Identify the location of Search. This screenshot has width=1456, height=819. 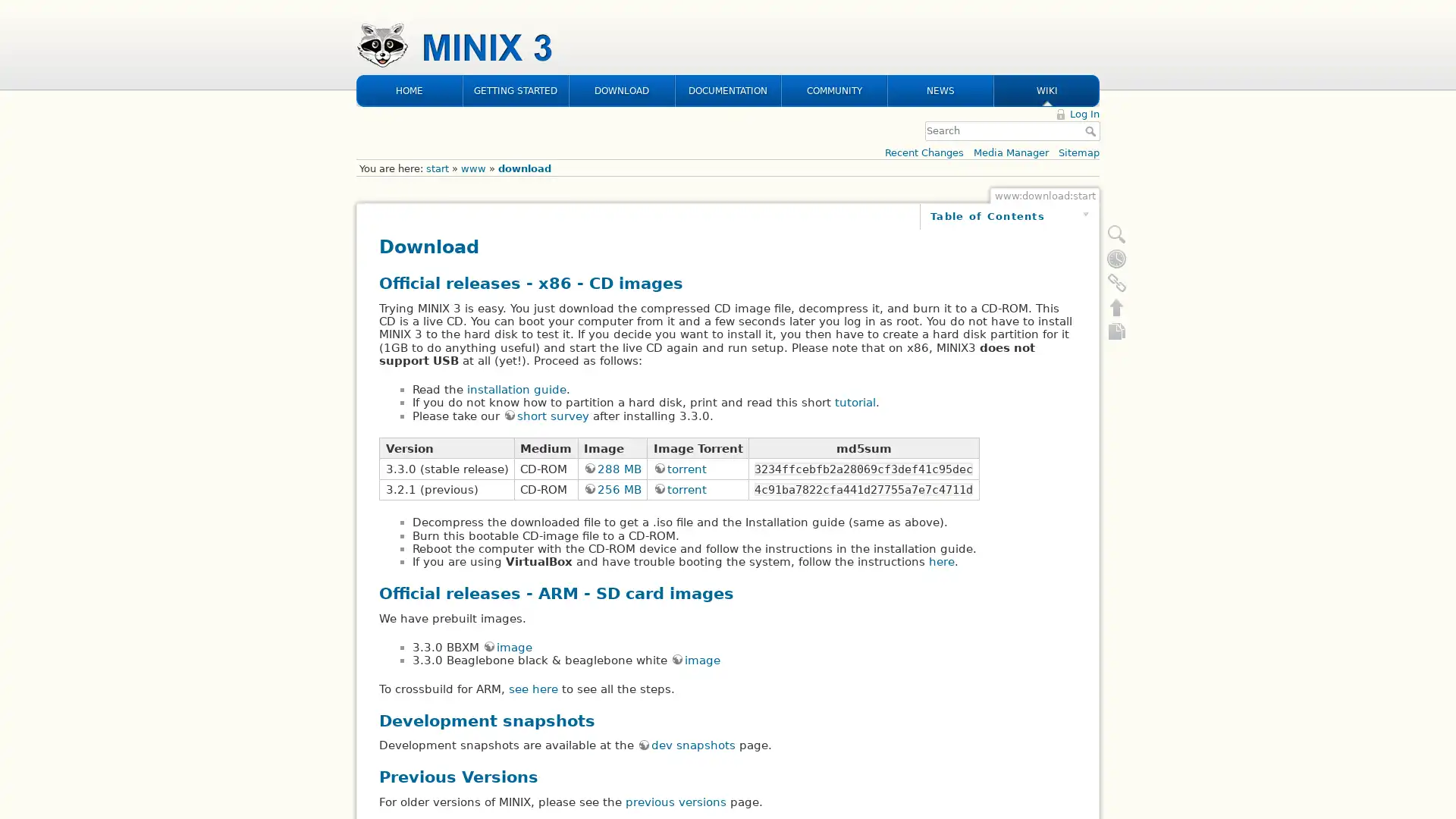
(1092, 32).